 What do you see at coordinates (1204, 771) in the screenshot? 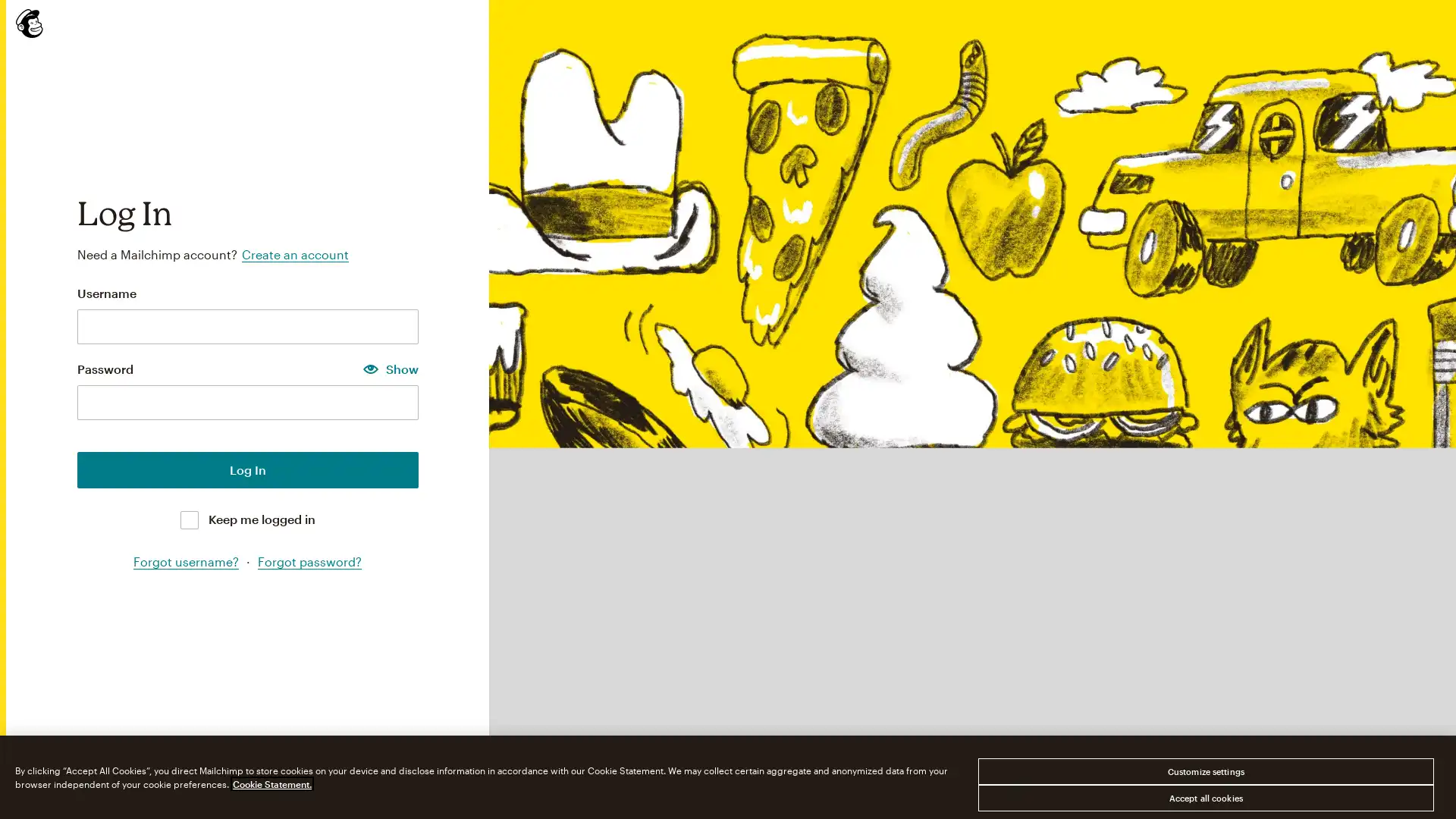
I see `Customize settings` at bounding box center [1204, 771].